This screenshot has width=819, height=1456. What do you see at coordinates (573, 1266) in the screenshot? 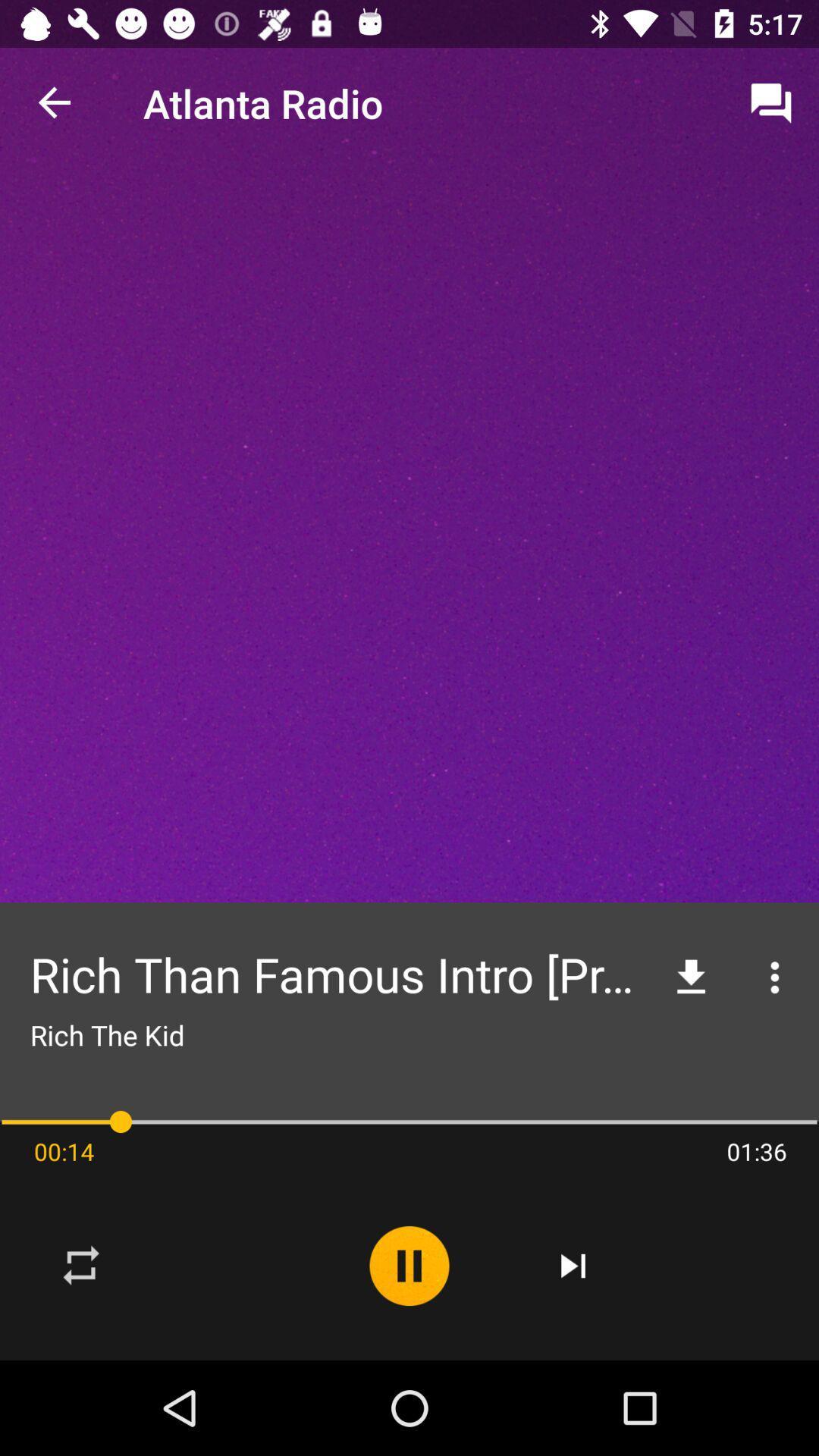
I see `the skip_next icon` at bounding box center [573, 1266].